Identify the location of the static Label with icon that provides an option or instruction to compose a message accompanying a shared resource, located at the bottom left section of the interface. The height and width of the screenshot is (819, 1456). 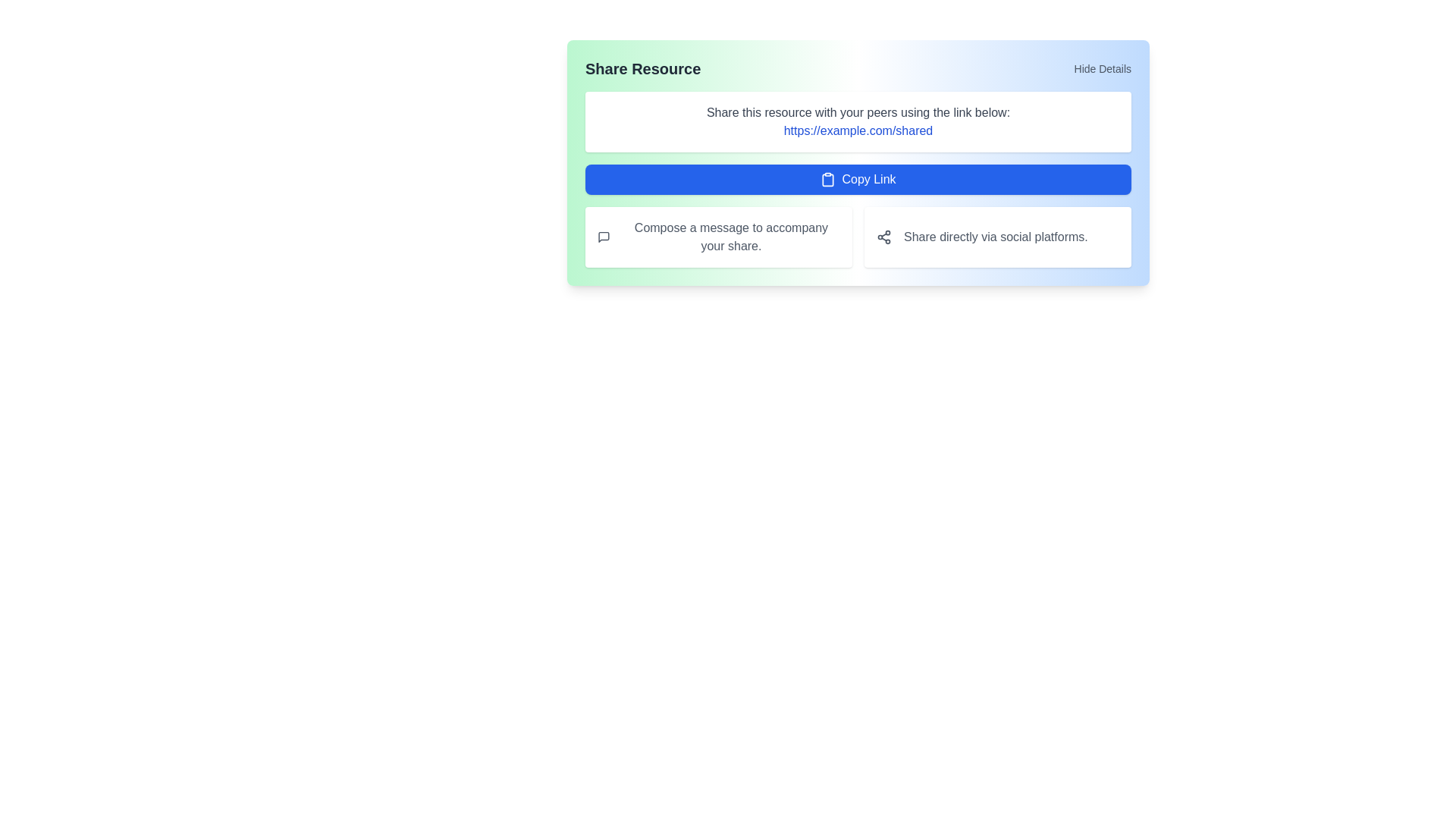
(718, 237).